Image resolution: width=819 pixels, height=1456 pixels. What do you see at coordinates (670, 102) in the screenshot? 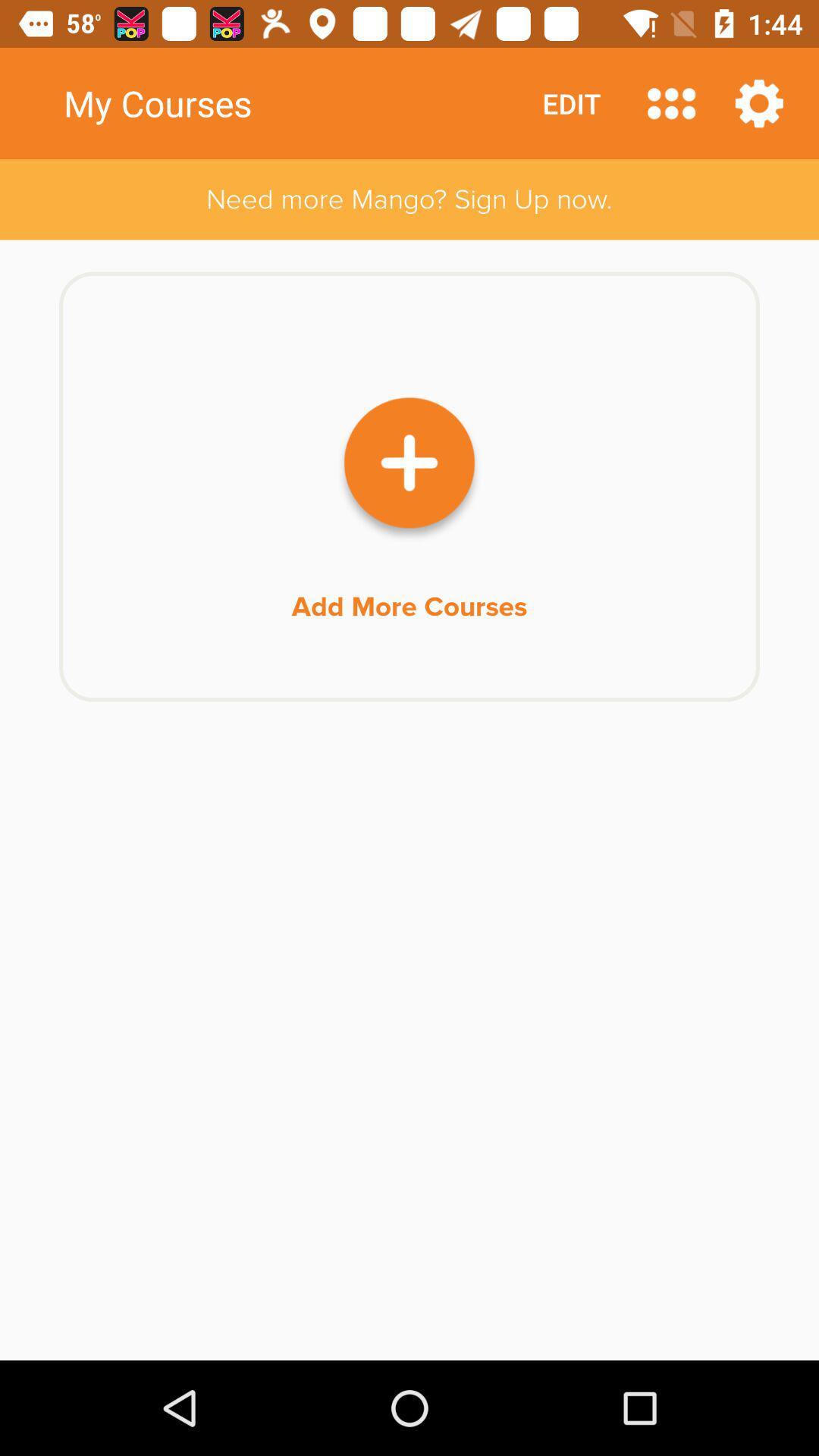
I see `choose categories` at bounding box center [670, 102].